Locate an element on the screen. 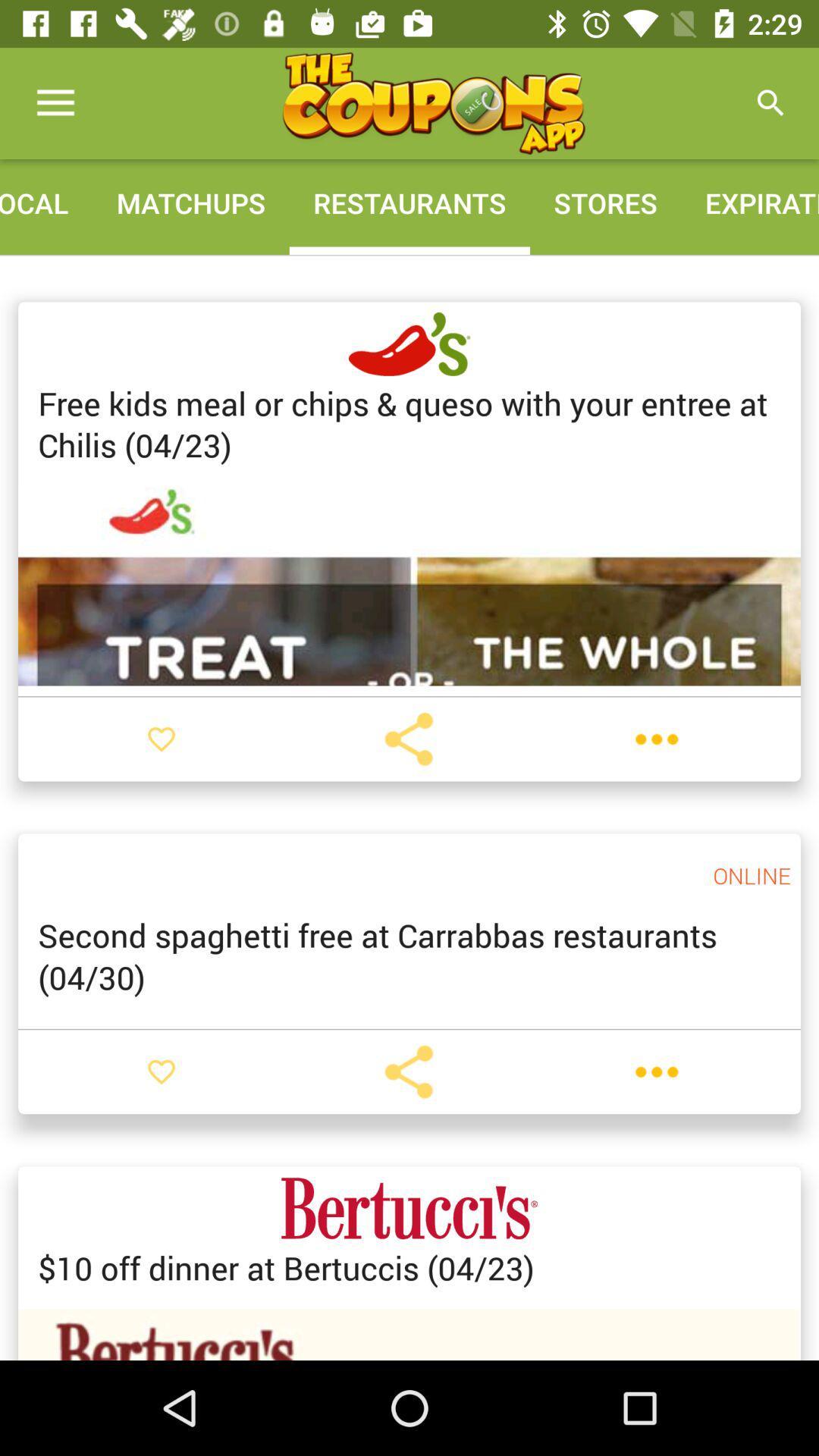 Image resolution: width=819 pixels, height=1456 pixels. more options is located at coordinates (656, 739).